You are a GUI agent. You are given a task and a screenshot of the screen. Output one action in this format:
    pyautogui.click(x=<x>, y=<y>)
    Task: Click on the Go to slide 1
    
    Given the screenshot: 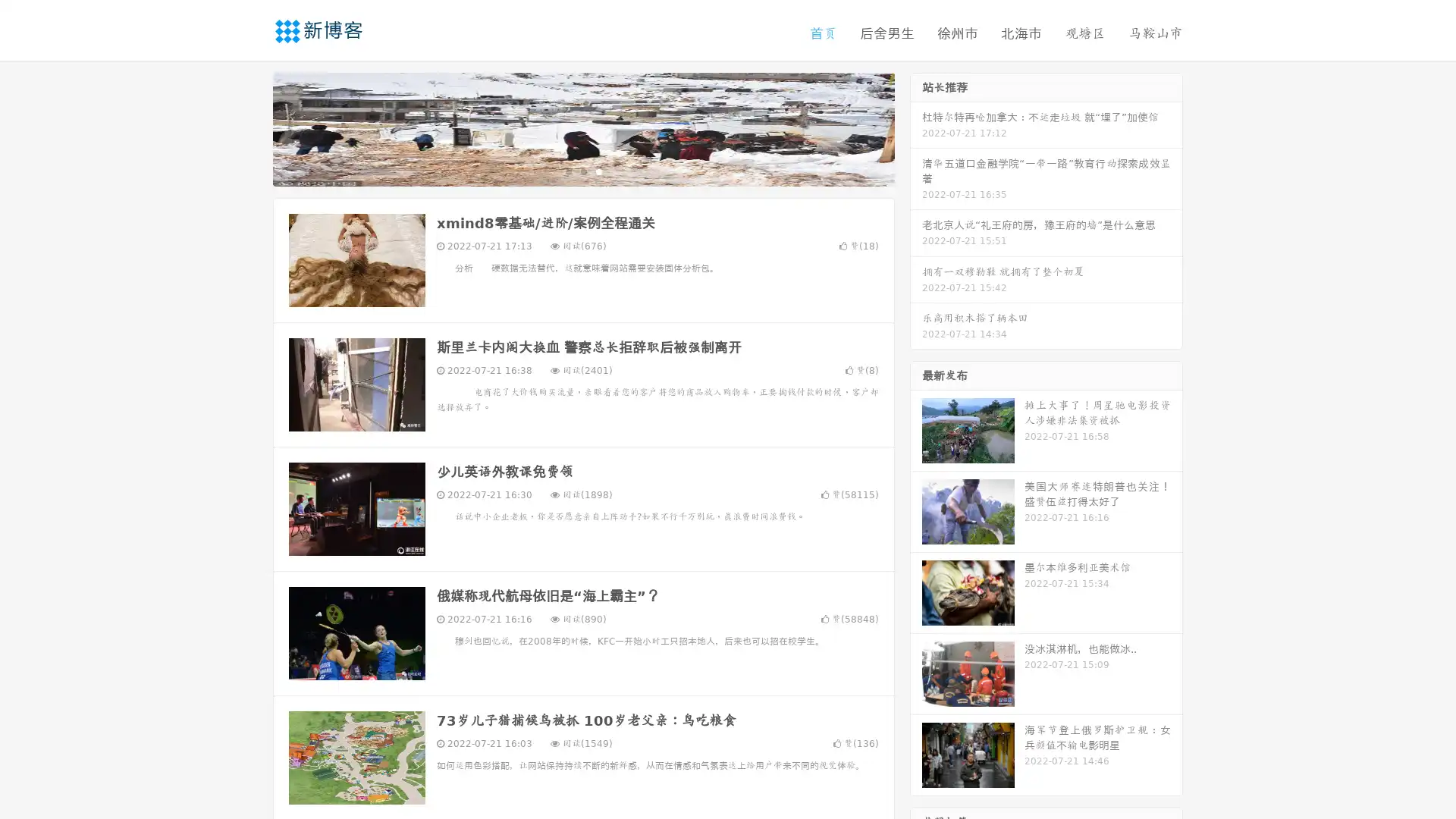 What is the action you would take?
    pyautogui.click(x=567, y=171)
    